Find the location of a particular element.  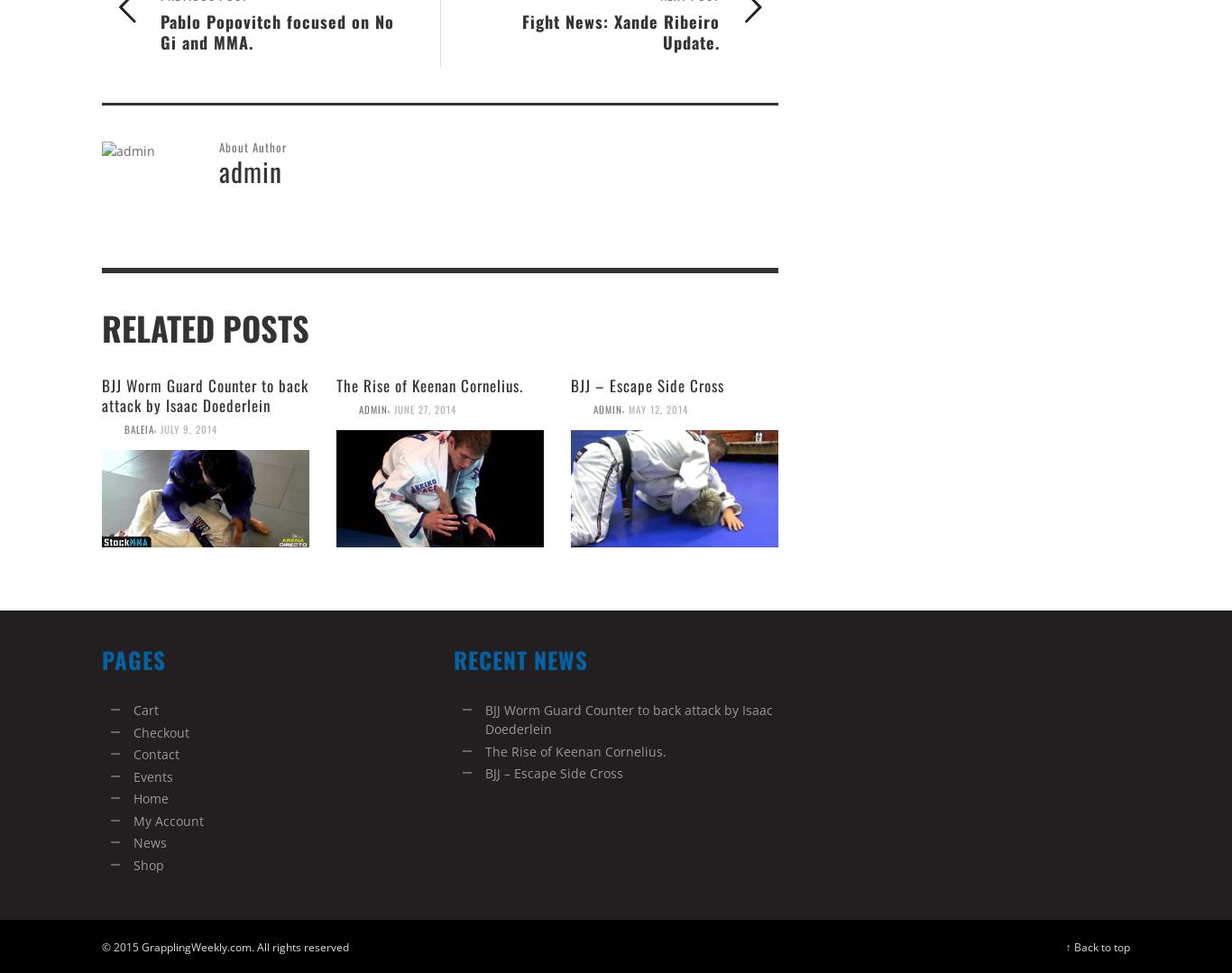

'Pages' is located at coordinates (133, 657).